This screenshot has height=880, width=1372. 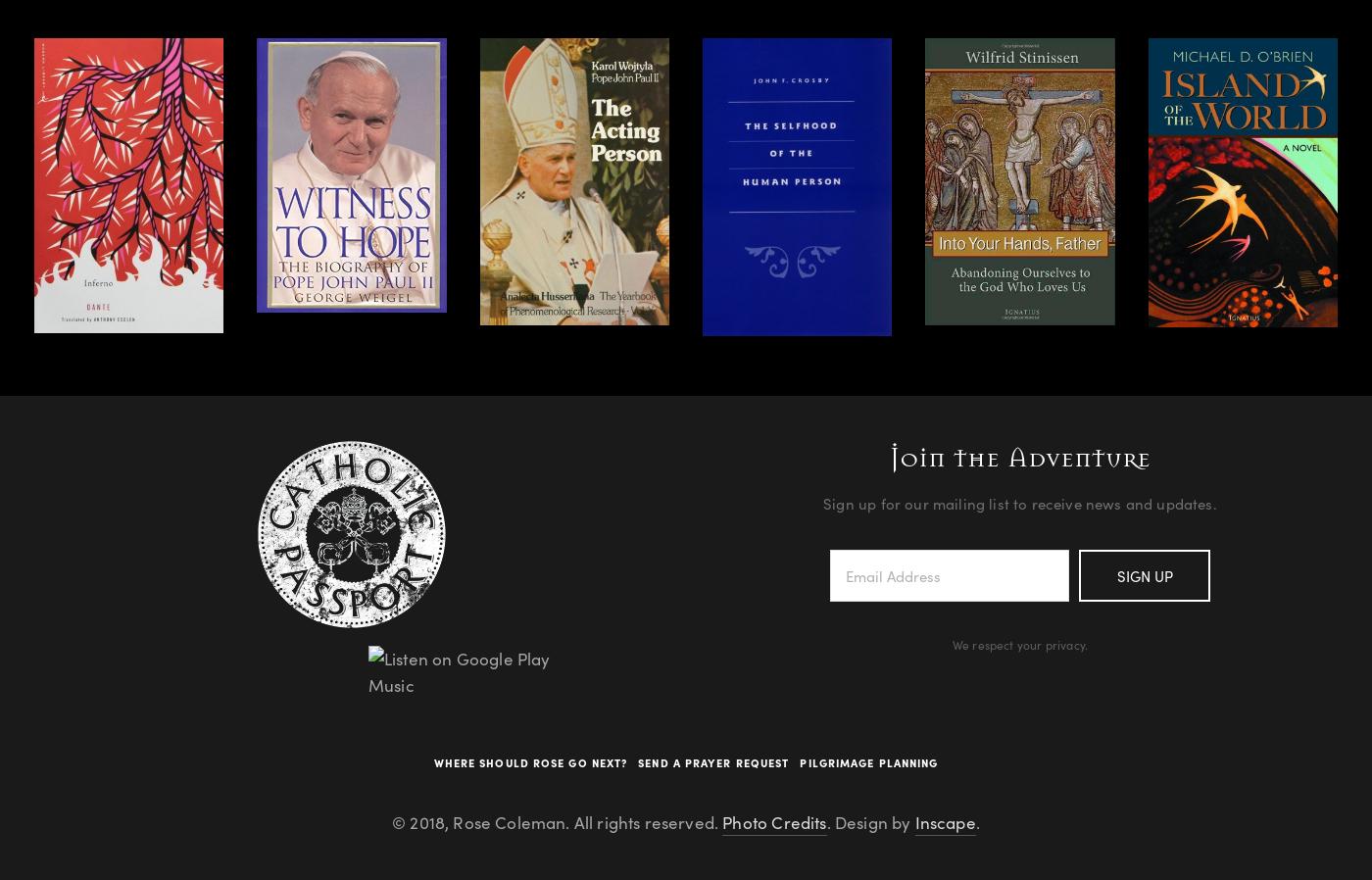 I want to click on 'Pilgrimage Planning', so click(x=800, y=761).